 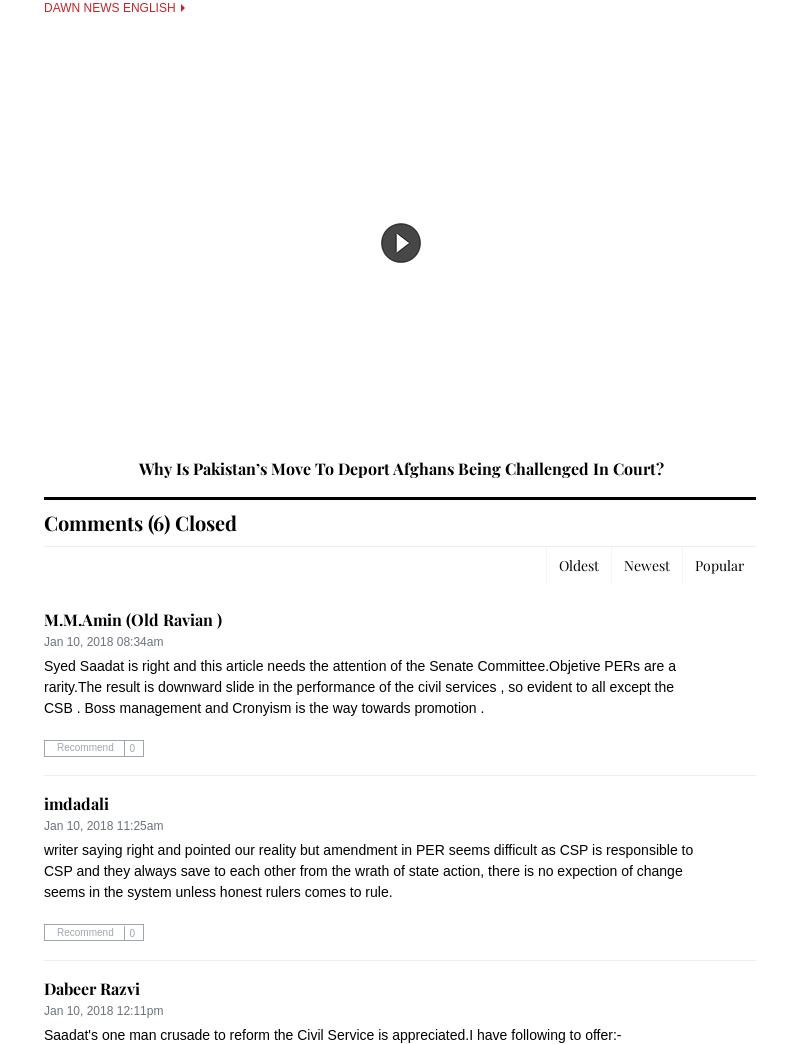 What do you see at coordinates (43, 802) in the screenshot?
I see `'imdadali'` at bounding box center [43, 802].